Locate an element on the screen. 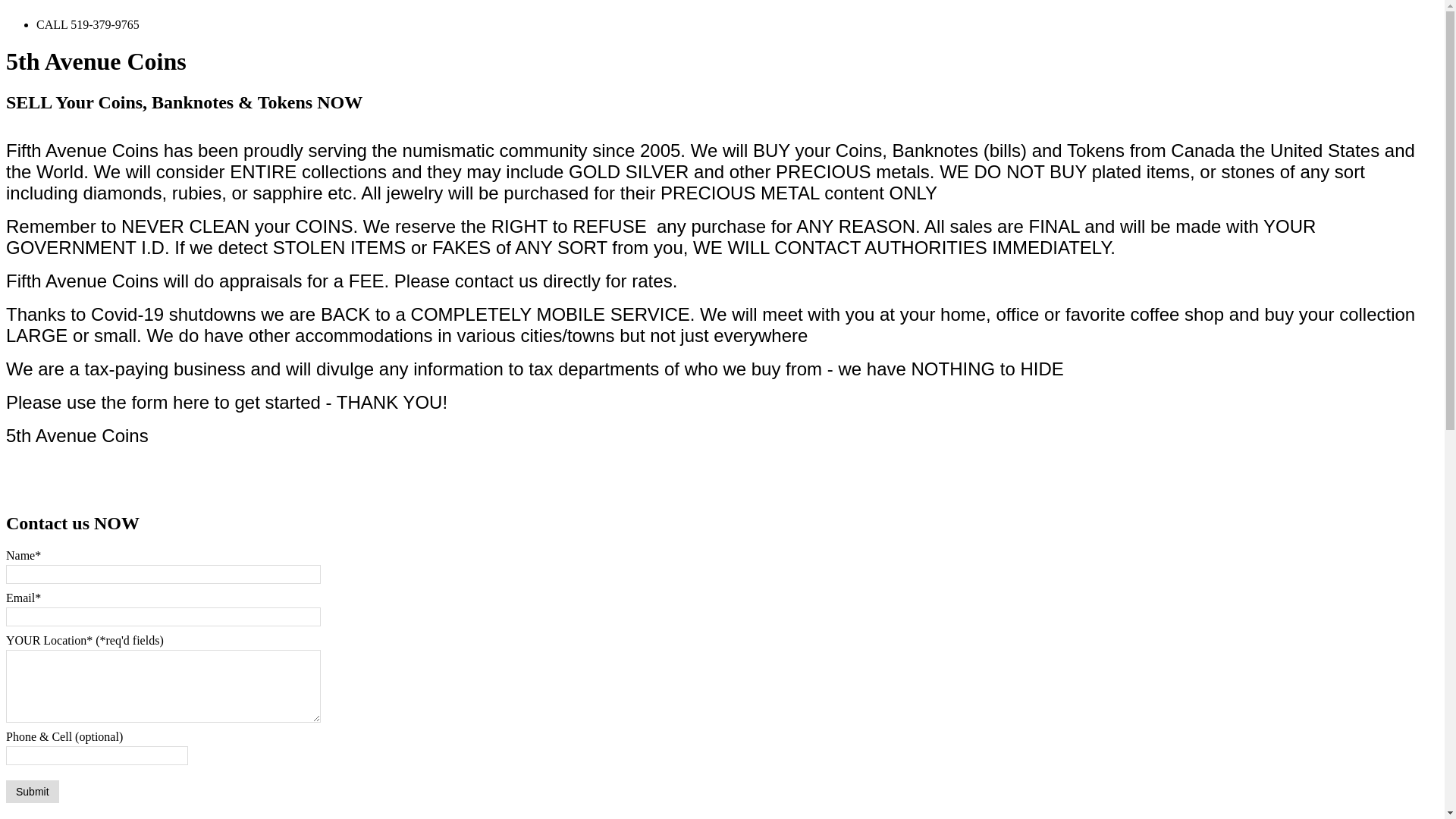  'CALL 519-379-9765' is located at coordinates (86, 24).